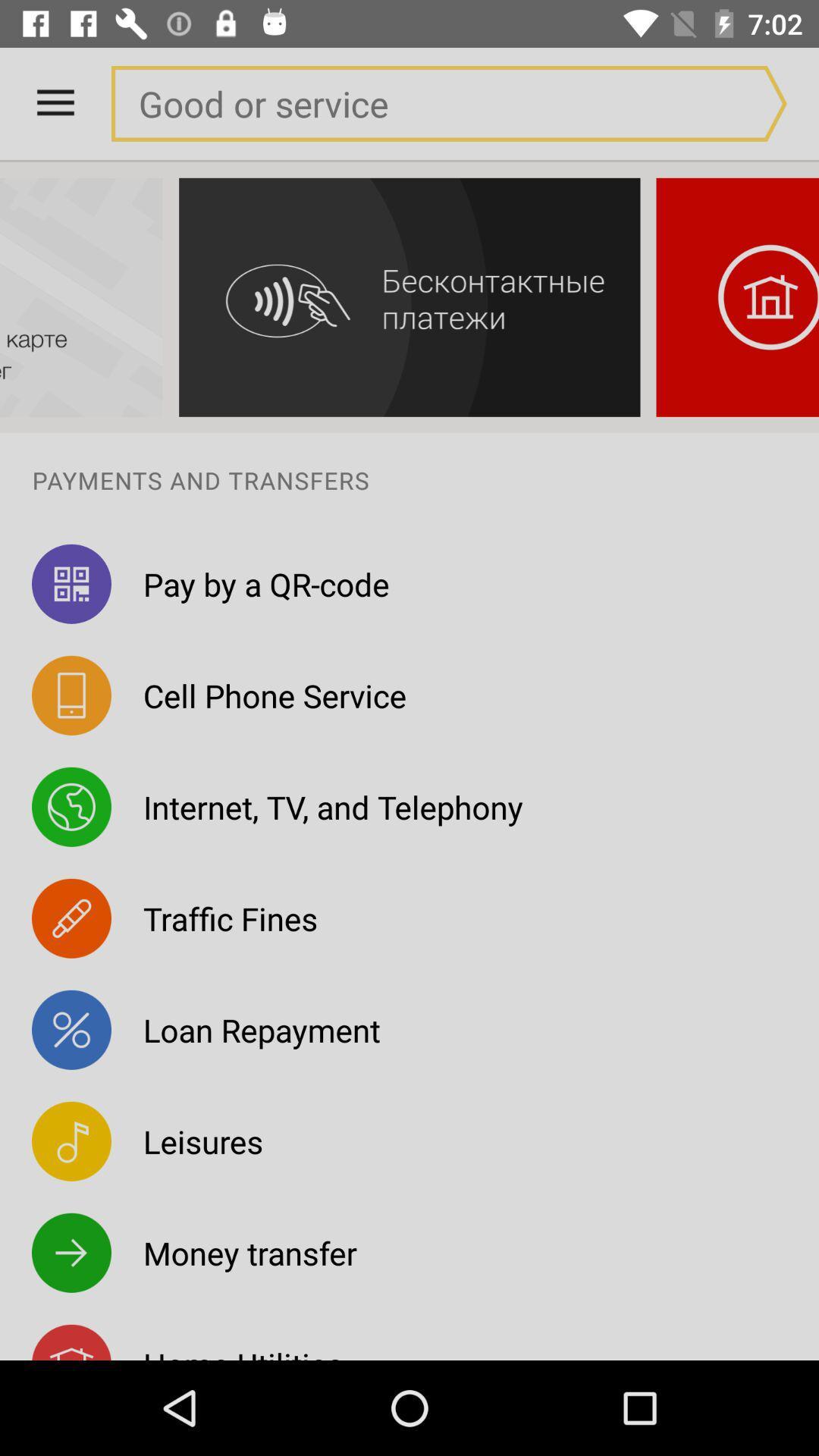 This screenshot has width=819, height=1456. Describe the element at coordinates (418, 102) in the screenshot. I see `type in good or service` at that location.